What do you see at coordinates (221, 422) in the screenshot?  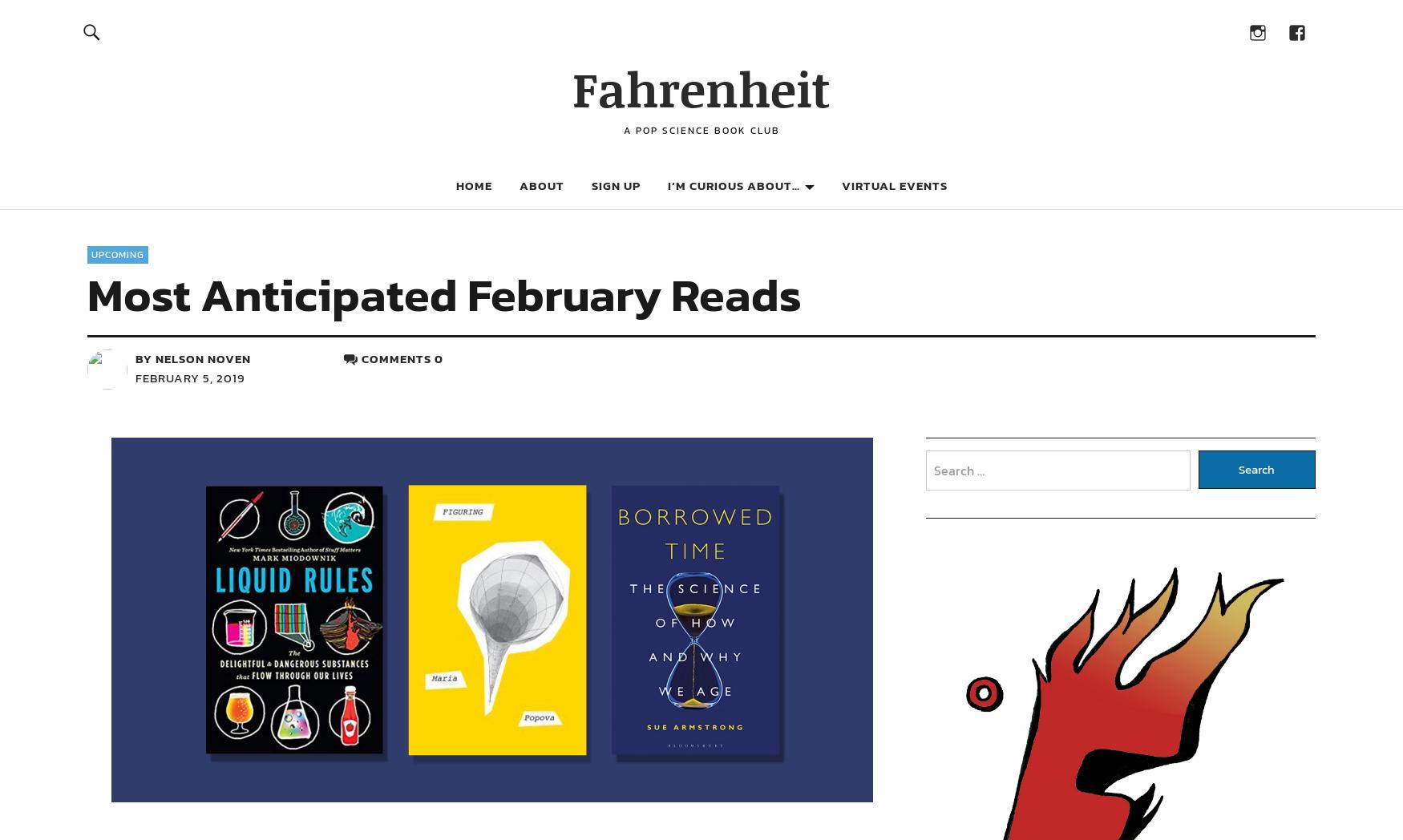 I see `'Share this:'` at bounding box center [221, 422].